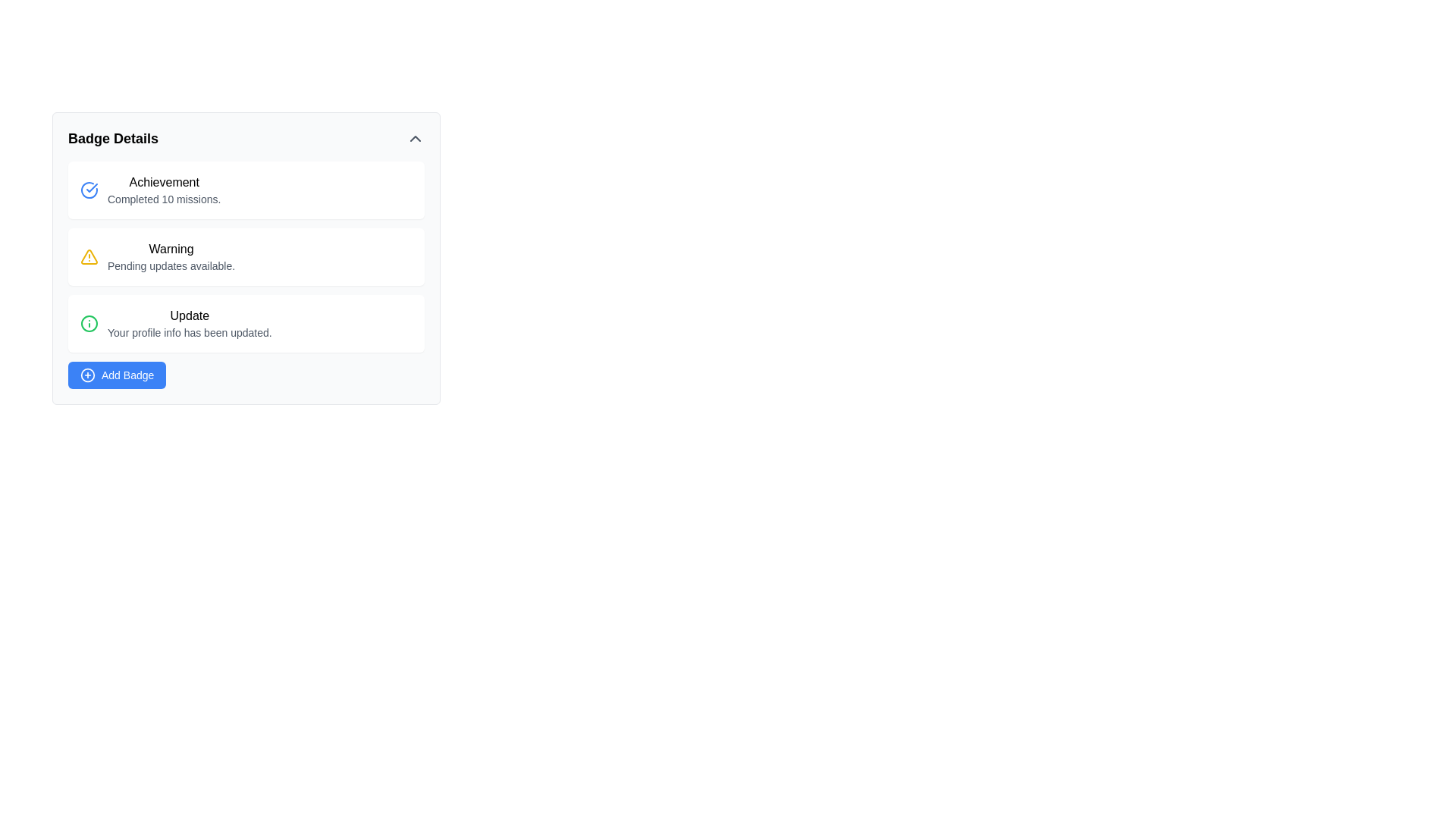  I want to click on the 'Update' text label displayed in bold black font within the 'Badge Details' panel, which is located above the text 'Your profile info has been updated.', so click(189, 315).